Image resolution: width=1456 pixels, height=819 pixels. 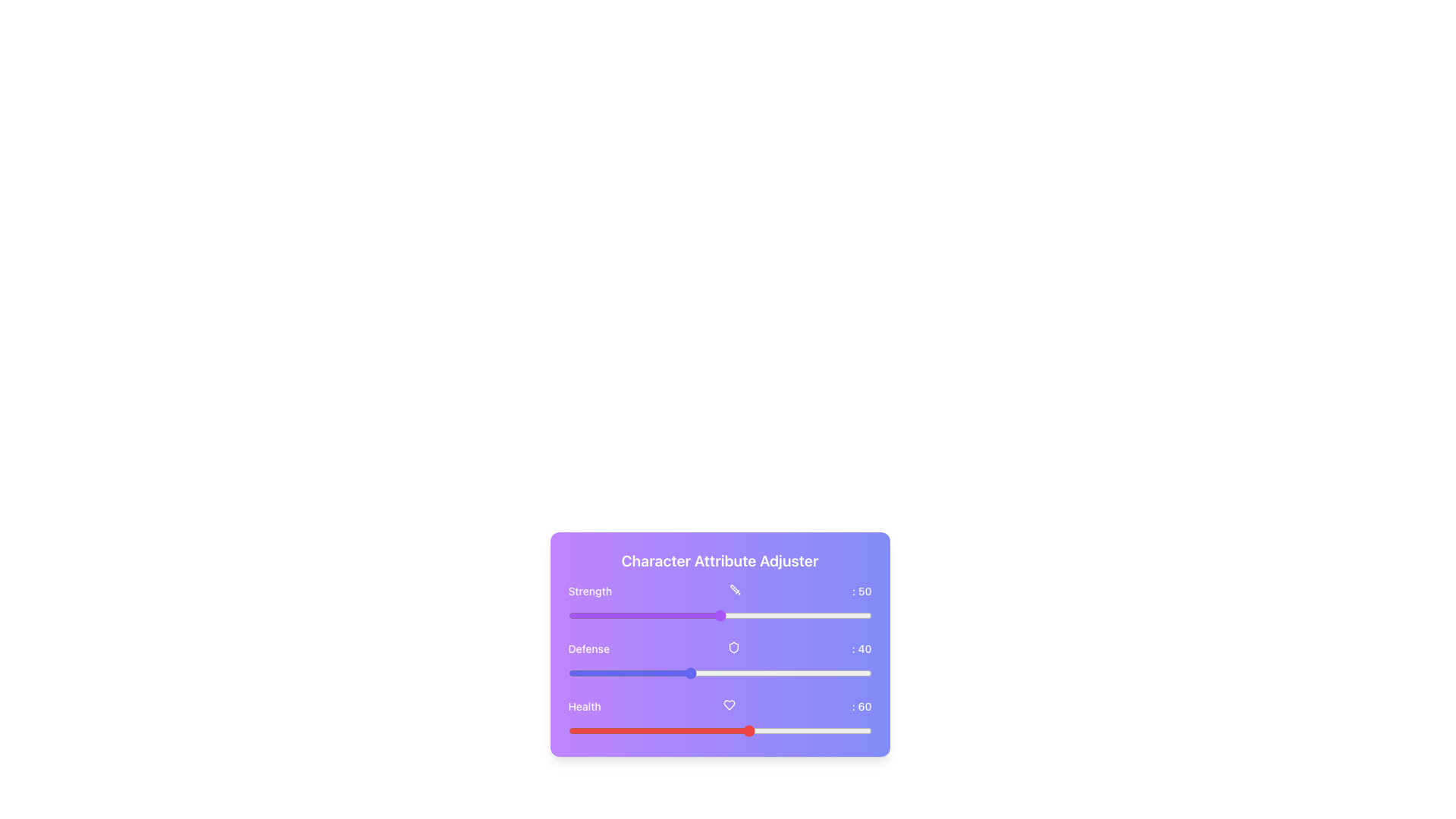 What do you see at coordinates (834, 730) in the screenshot?
I see `health` at bounding box center [834, 730].